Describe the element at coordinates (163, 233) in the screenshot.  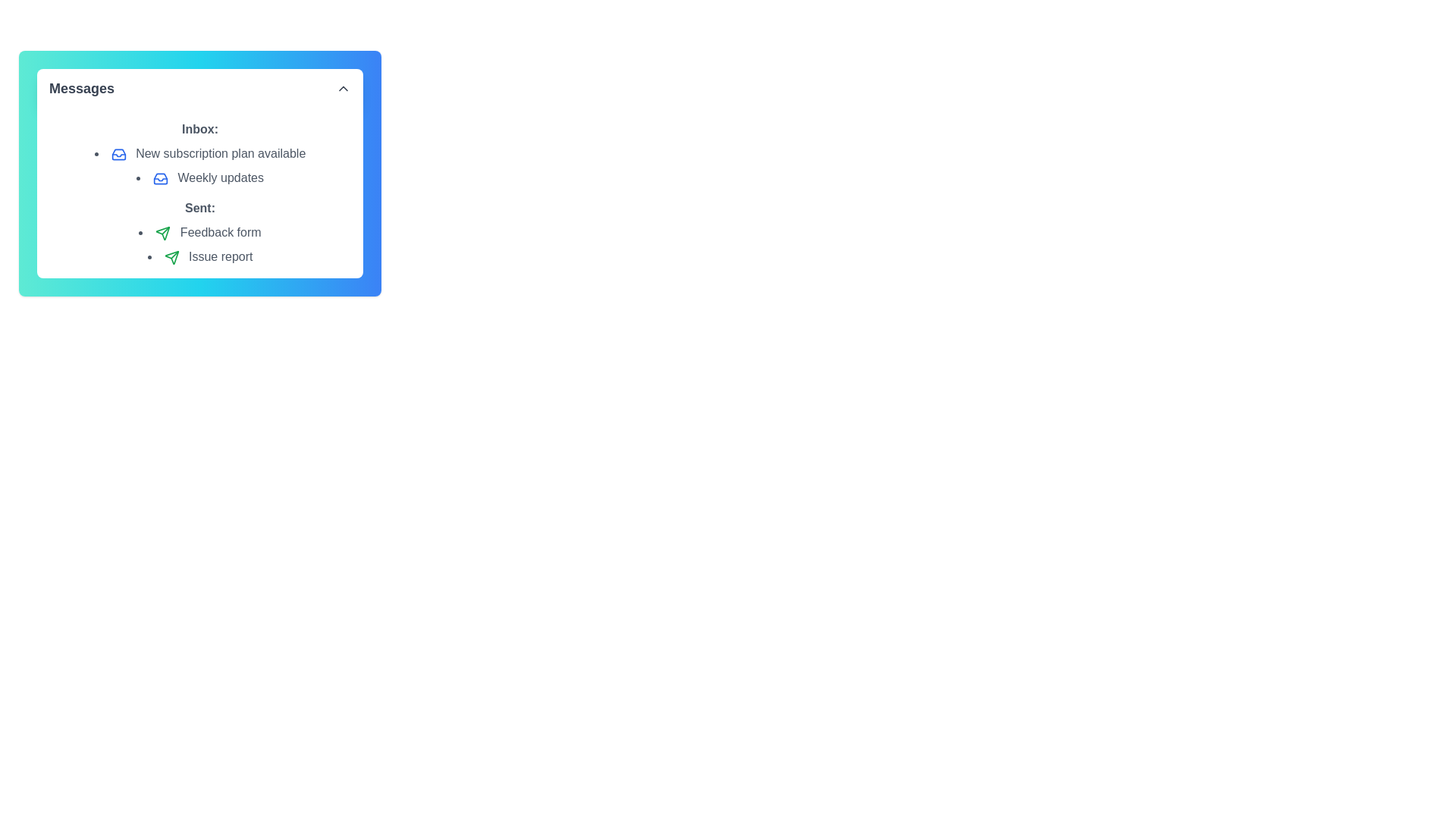
I see `the stylized green paper airplane icon located in the bottom-right quadrant of the 'Messages' card, under the 'Sent' section next to the 'Issue report' label` at that location.